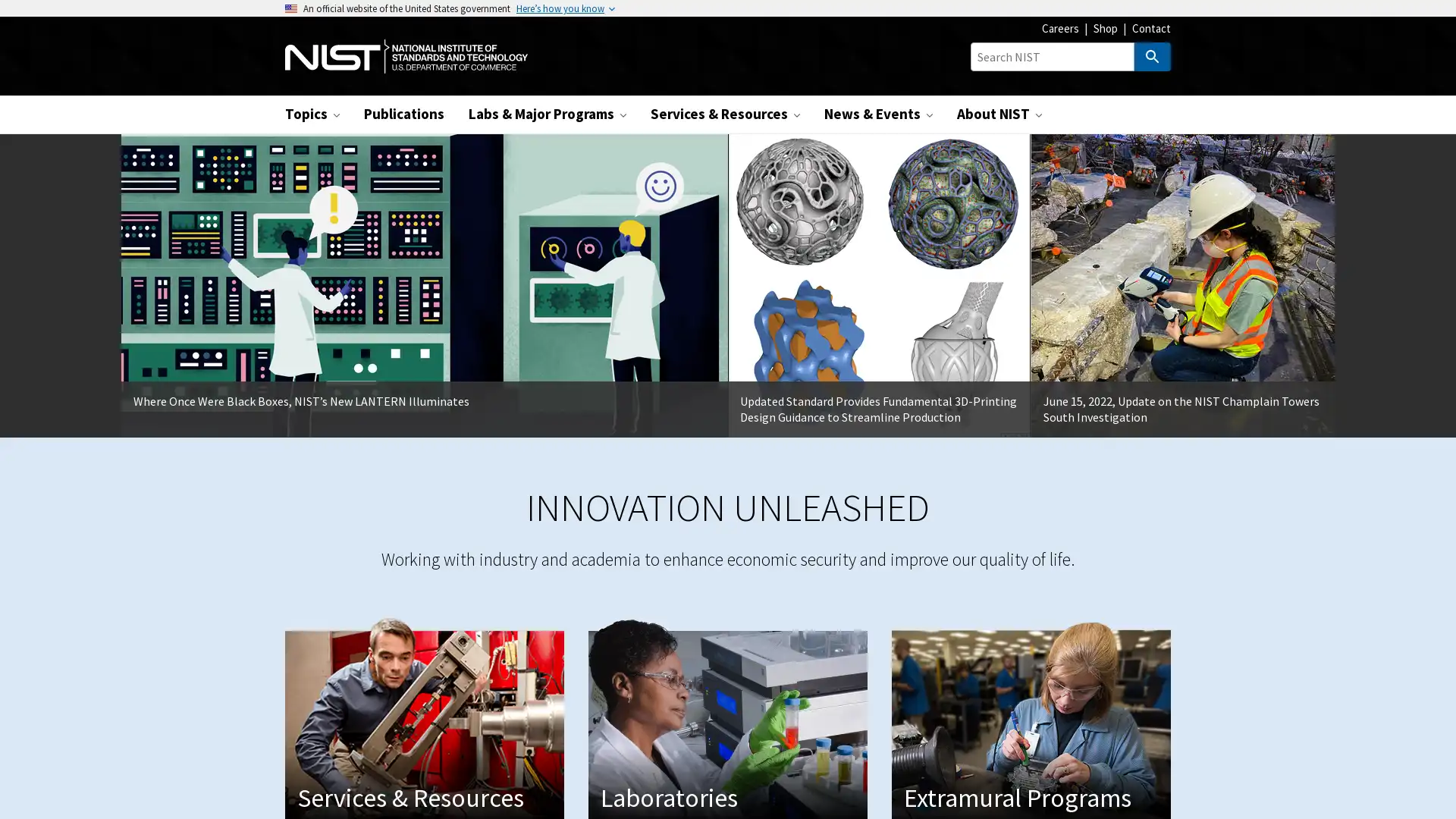  Describe the element at coordinates (878, 113) in the screenshot. I see `News & Events` at that location.